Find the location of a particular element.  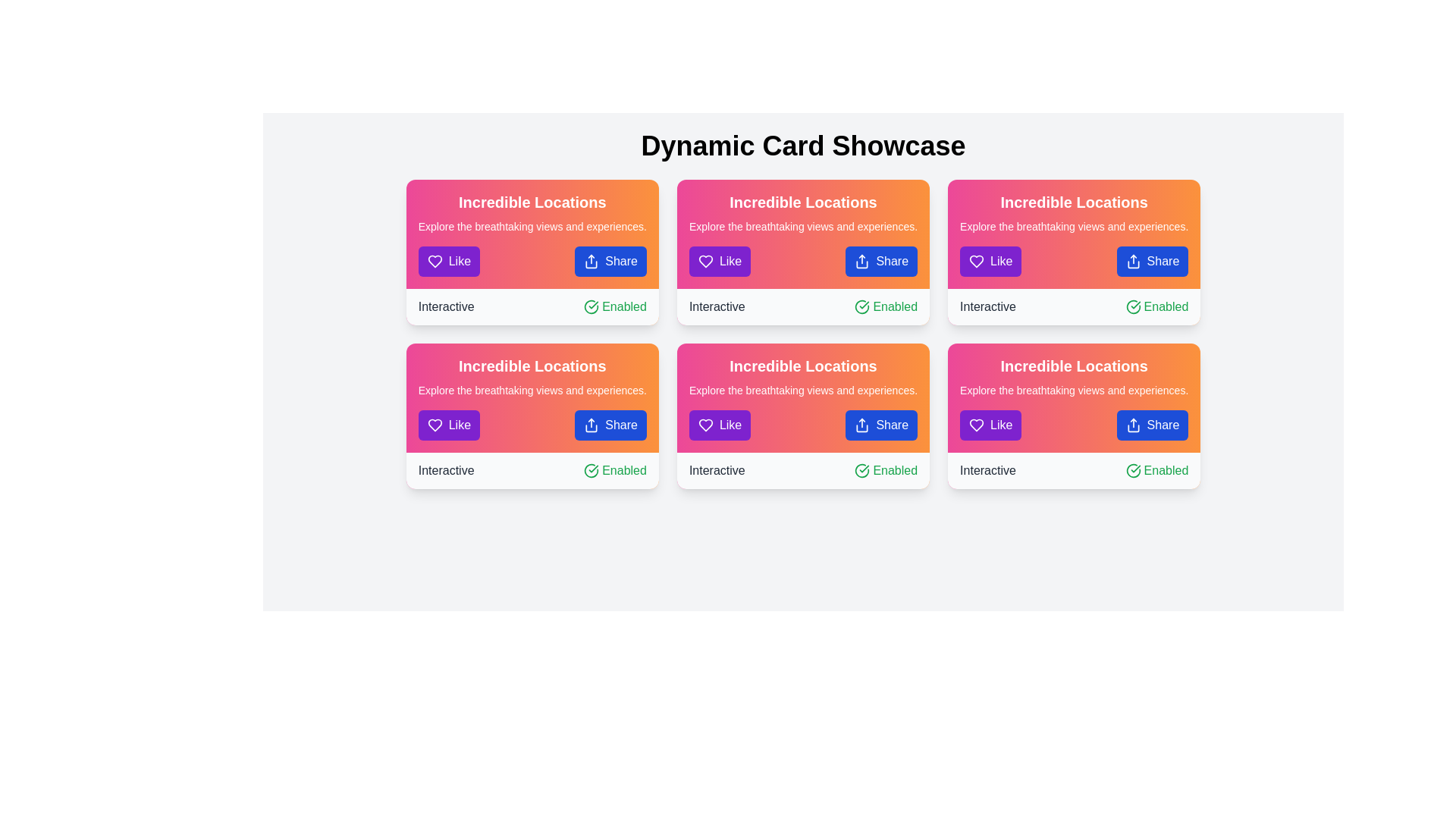

the heart-shaped 'Like' icon filled with a gradient color is located at coordinates (704, 260).